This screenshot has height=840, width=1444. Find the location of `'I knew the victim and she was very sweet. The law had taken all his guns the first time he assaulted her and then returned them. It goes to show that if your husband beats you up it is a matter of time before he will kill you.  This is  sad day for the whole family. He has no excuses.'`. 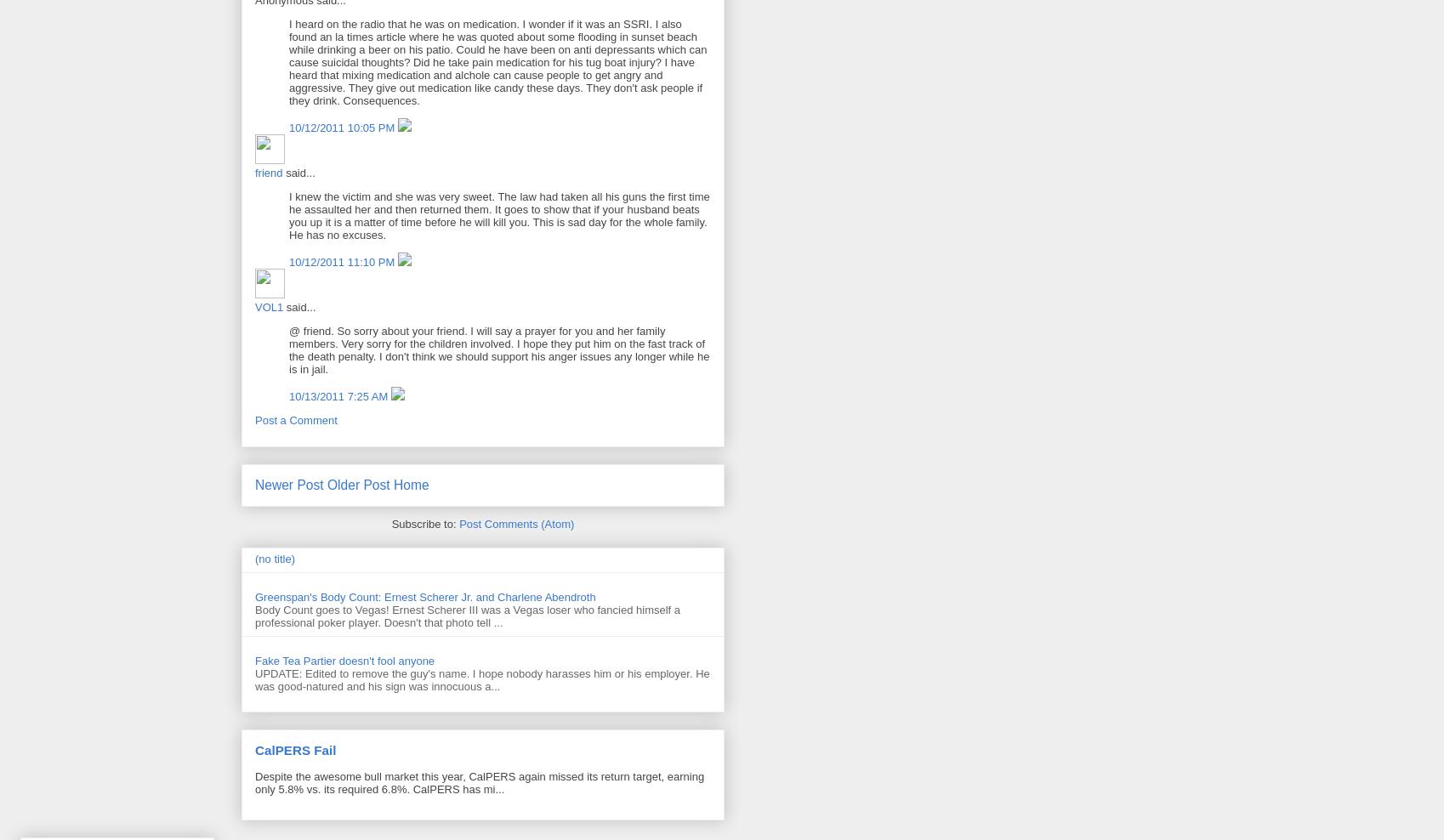

'I knew the victim and she was very sweet. The law had taken all his guns the first time he assaulted her and then returned them. It goes to show that if your husband beats you up it is a matter of time before he will kill you.  This is  sad day for the whole family. He has no excuses.' is located at coordinates (498, 214).